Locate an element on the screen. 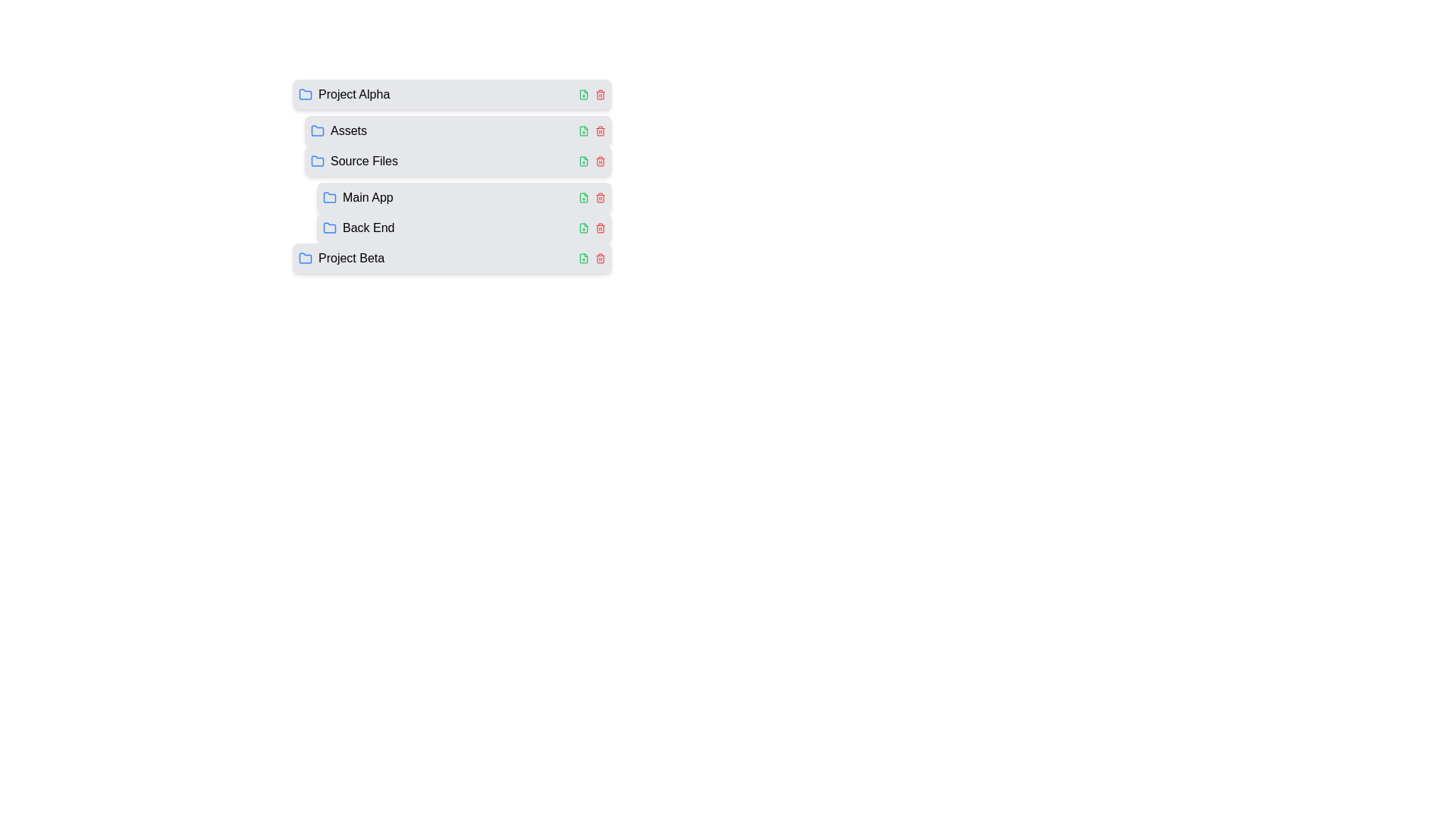  the 'Project Alpha' text label with a blue folder icon, which is the top-most entry in a vertically stacked list of items is located at coordinates (344, 94).